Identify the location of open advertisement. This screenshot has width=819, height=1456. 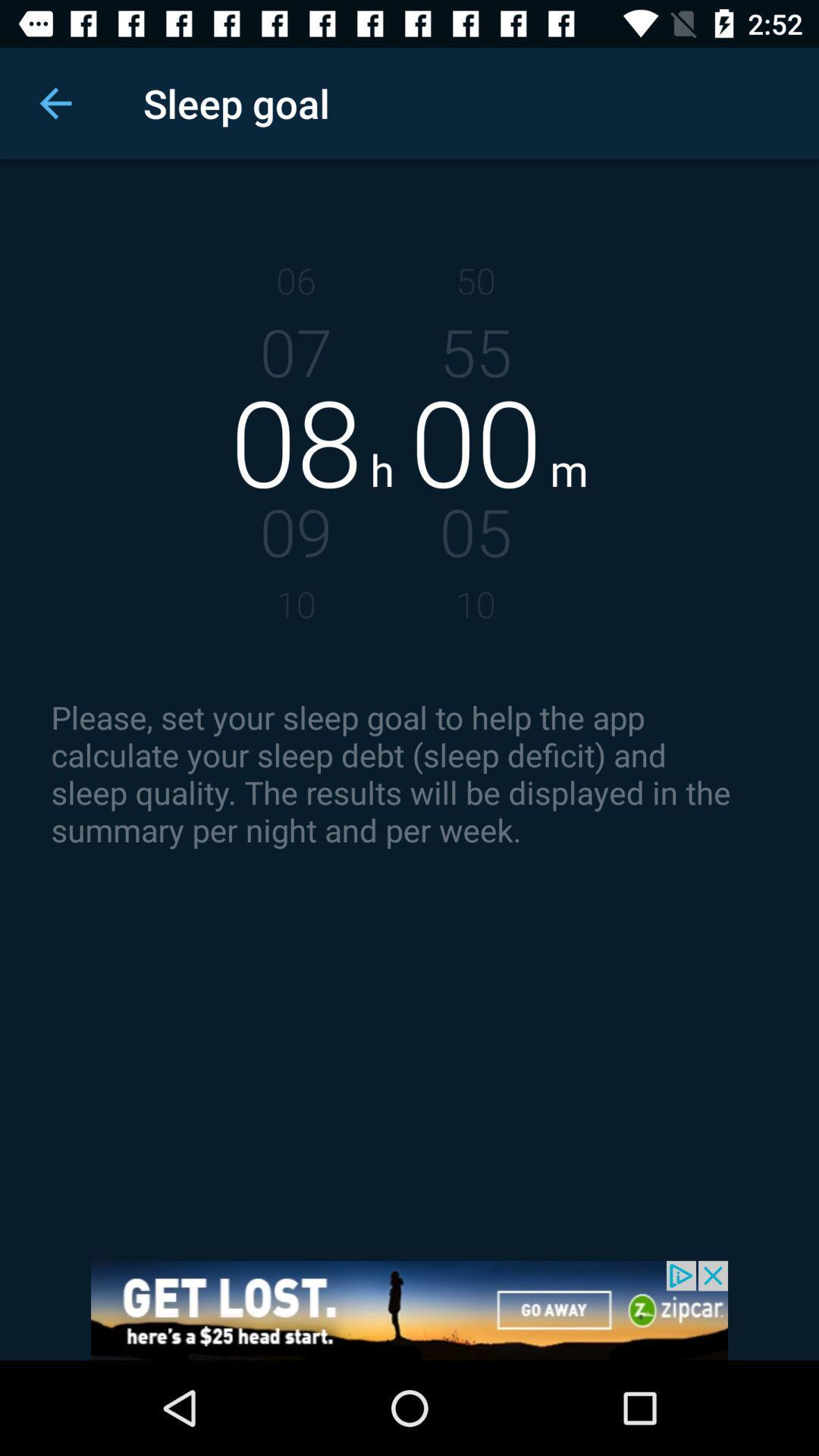
(409, 1310).